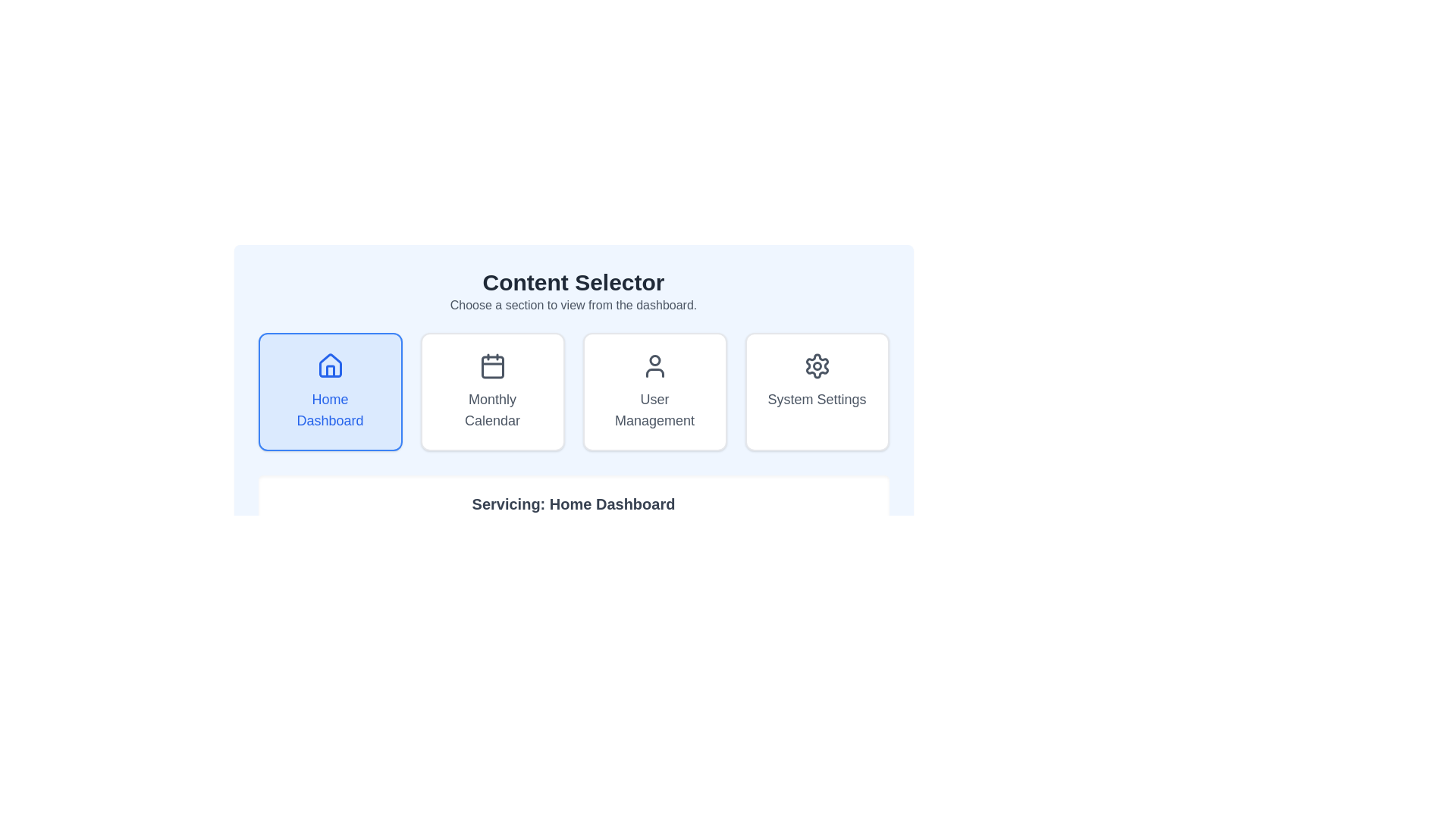 Image resolution: width=1456 pixels, height=819 pixels. What do you see at coordinates (492, 367) in the screenshot?
I see `the decorative graphical element representing a calendar aspect in the 'Monthly Calendar' section of the 'Content Selector' interface` at bounding box center [492, 367].